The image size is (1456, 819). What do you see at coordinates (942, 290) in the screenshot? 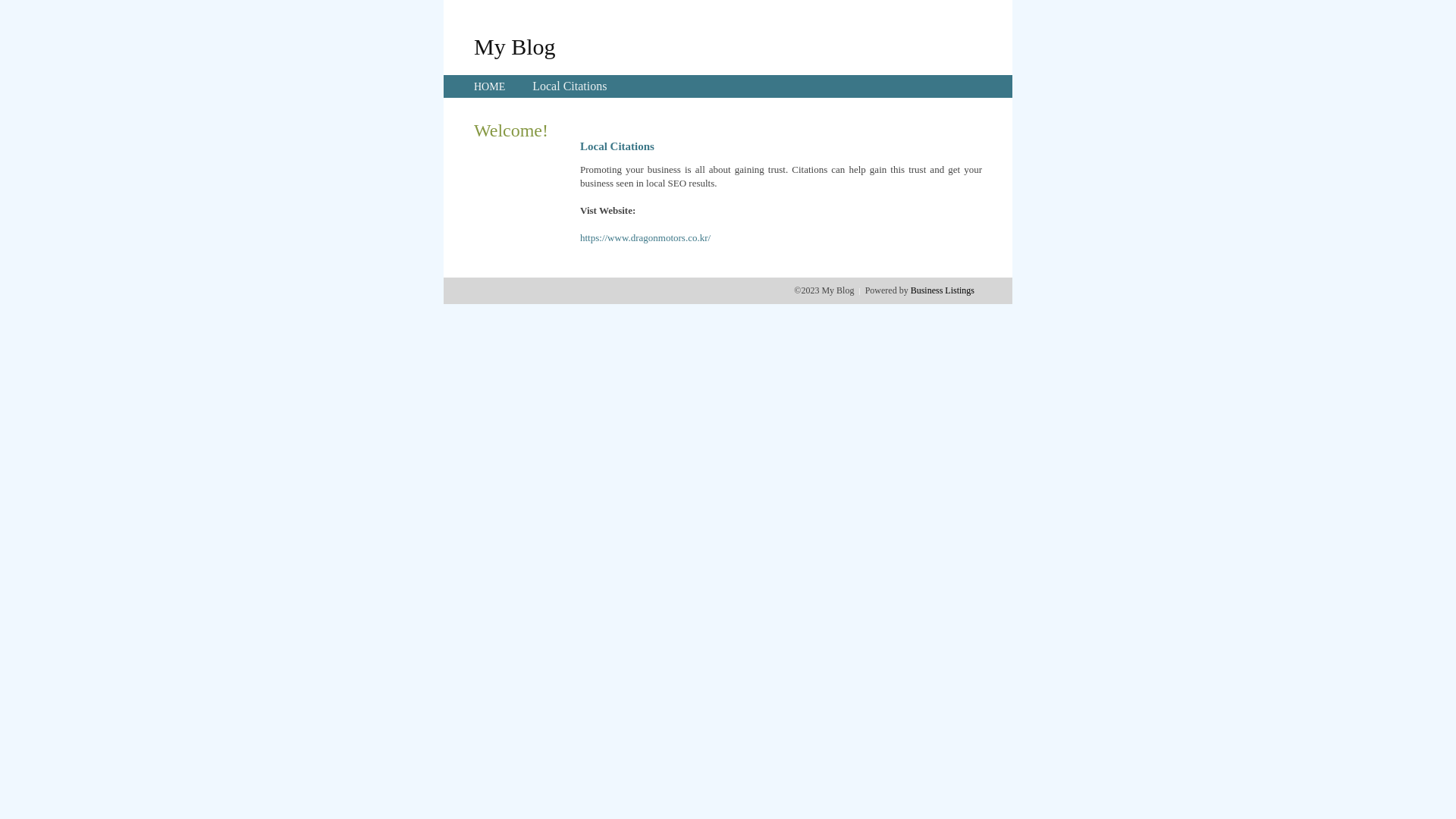
I see `'Business Listings'` at bounding box center [942, 290].